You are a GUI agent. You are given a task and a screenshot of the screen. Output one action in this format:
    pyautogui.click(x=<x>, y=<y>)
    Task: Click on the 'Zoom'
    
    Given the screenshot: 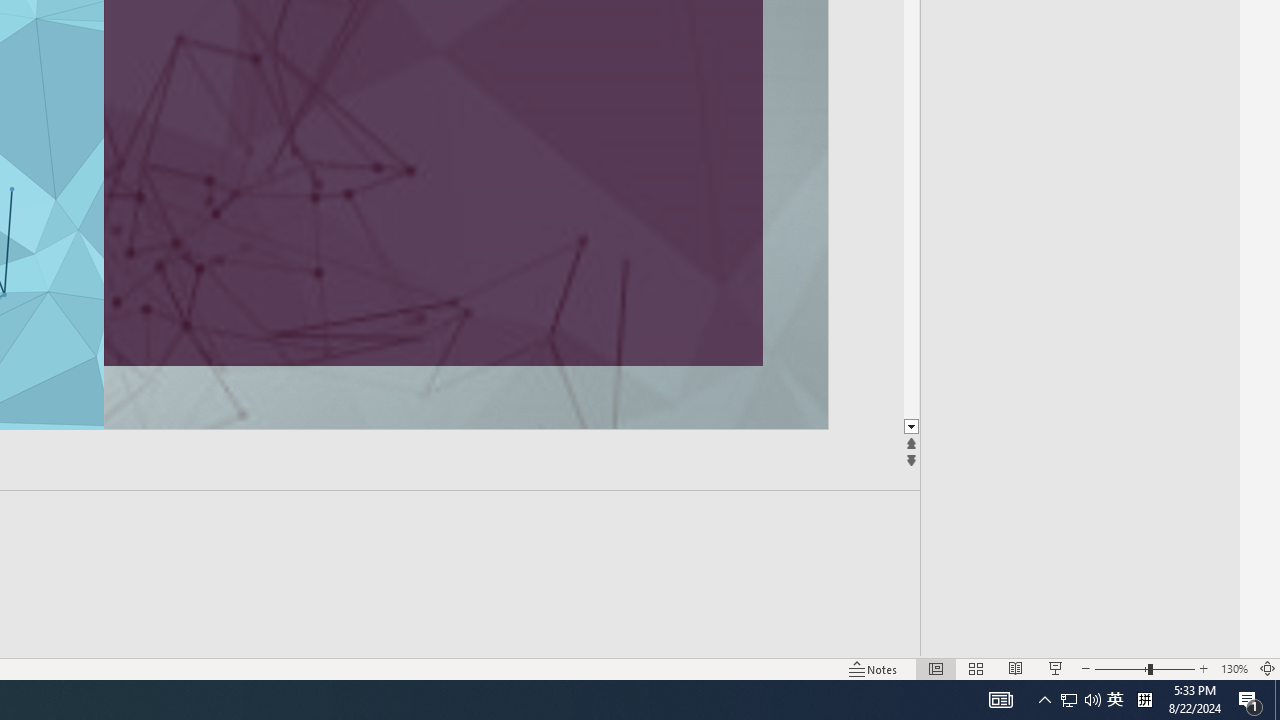 What is the action you would take?
    pyautogui.click(x=1144, y=669)
    